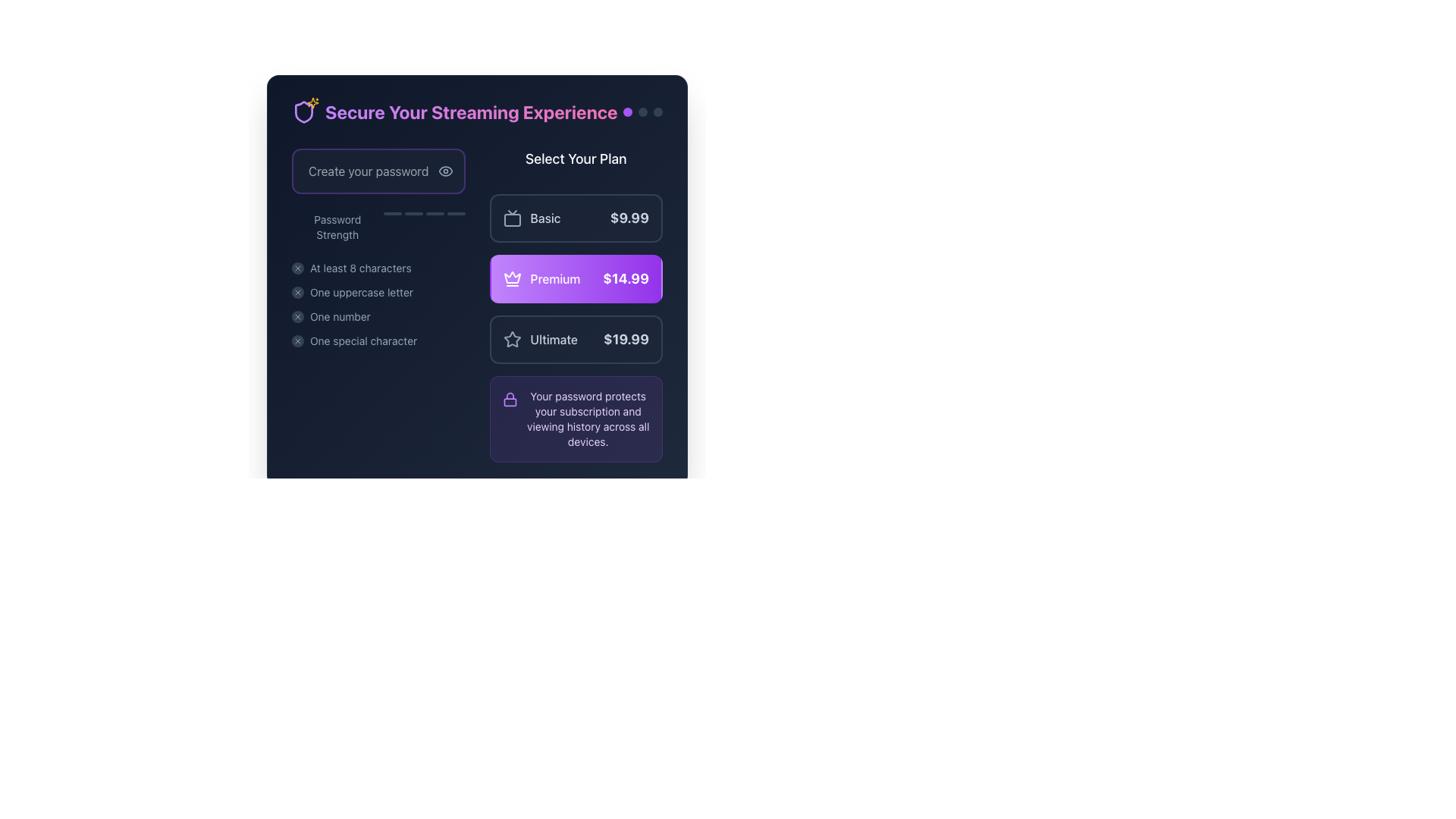 This screenshot has width=1456, height=819. I want to click on the decorative star icon with a sparkles-like outline and yellow fill, located adjacent to the shield icon in the header, so click(312, 102).